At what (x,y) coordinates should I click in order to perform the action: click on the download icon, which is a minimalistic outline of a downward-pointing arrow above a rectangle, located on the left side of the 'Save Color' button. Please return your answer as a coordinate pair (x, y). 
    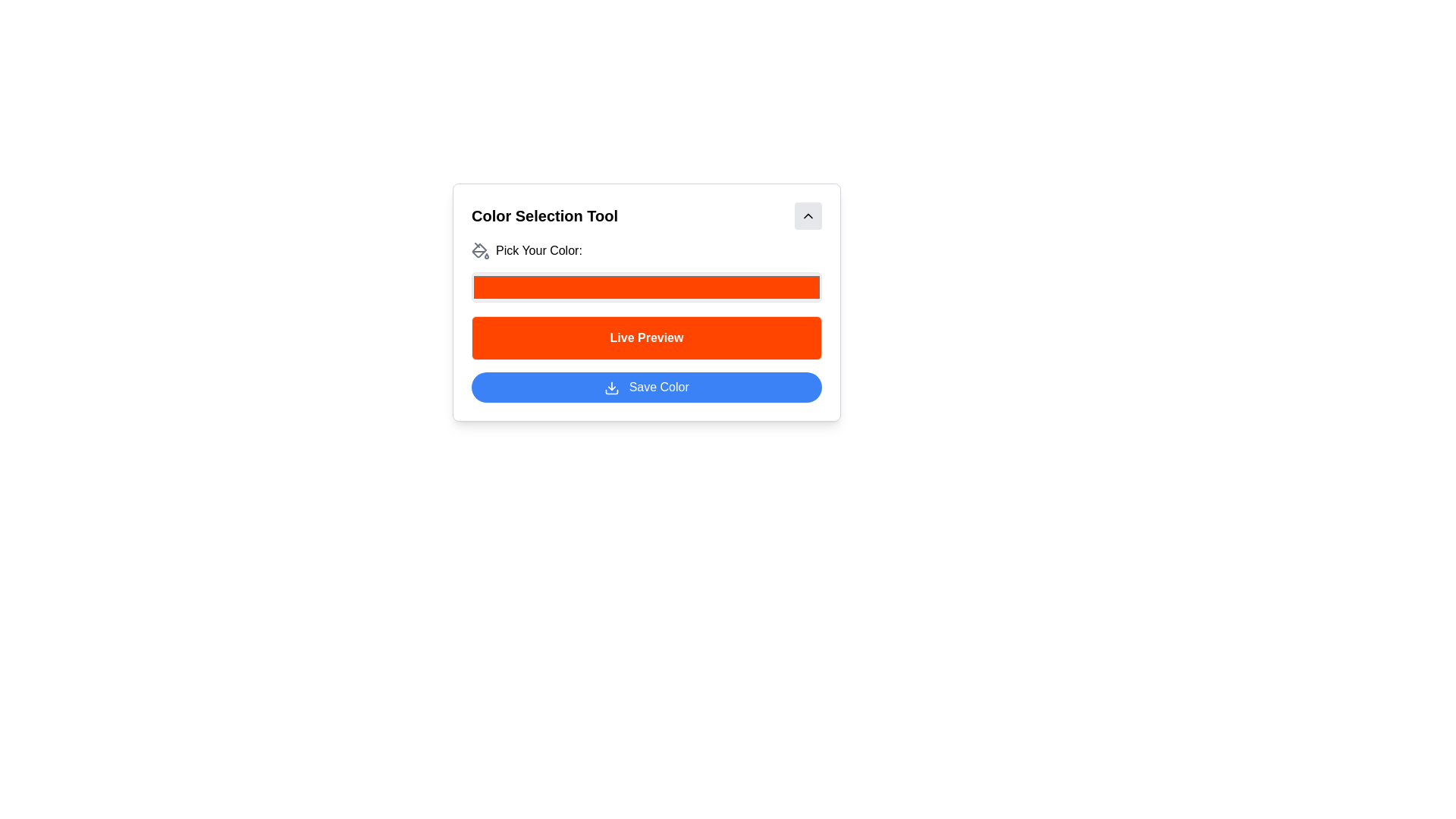
    Looking at the image, I should click on (612, 387).